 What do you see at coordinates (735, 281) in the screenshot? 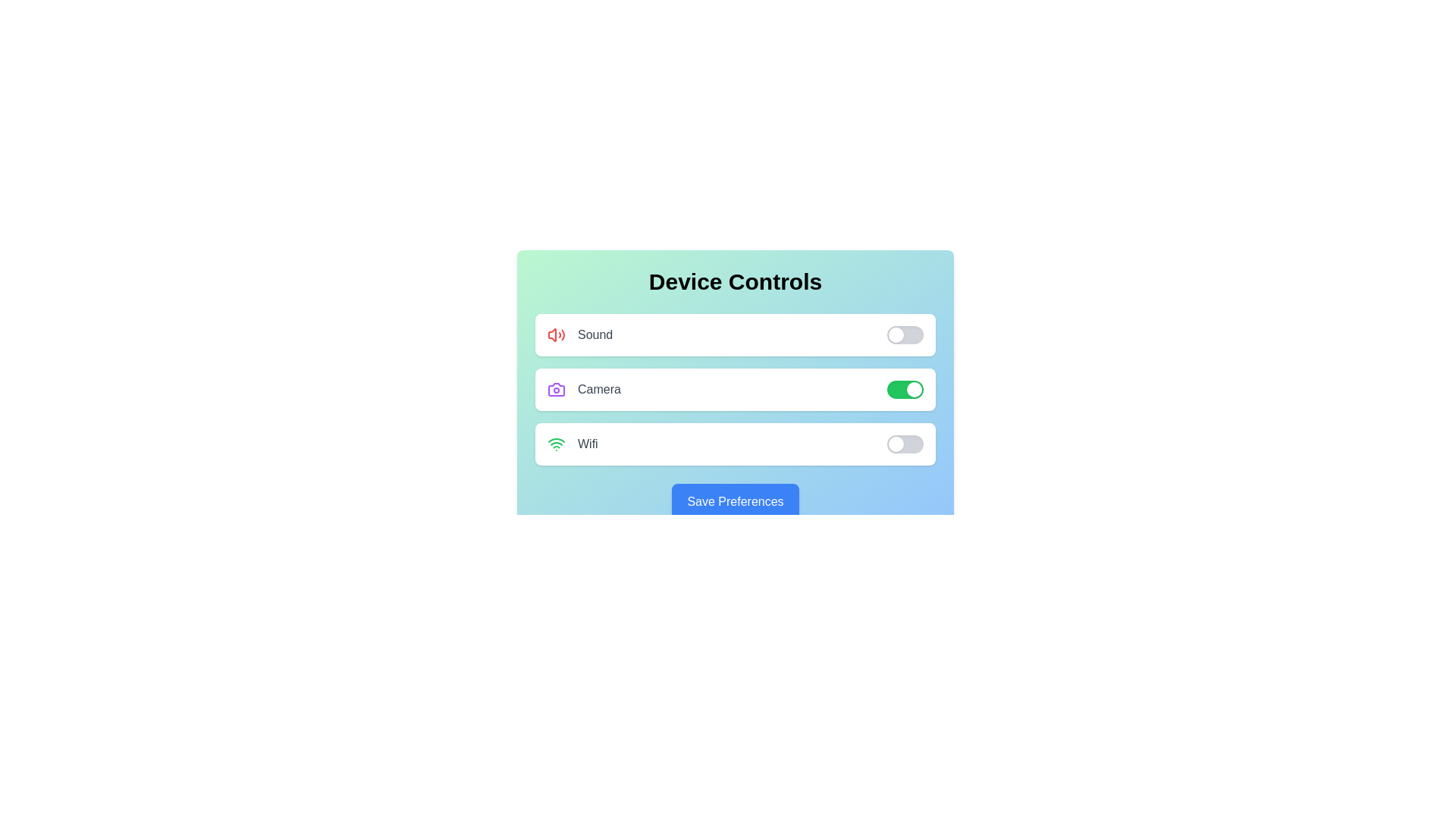
I see `the 'Device Controls' heading to read it` at bounding box center [735, 281].